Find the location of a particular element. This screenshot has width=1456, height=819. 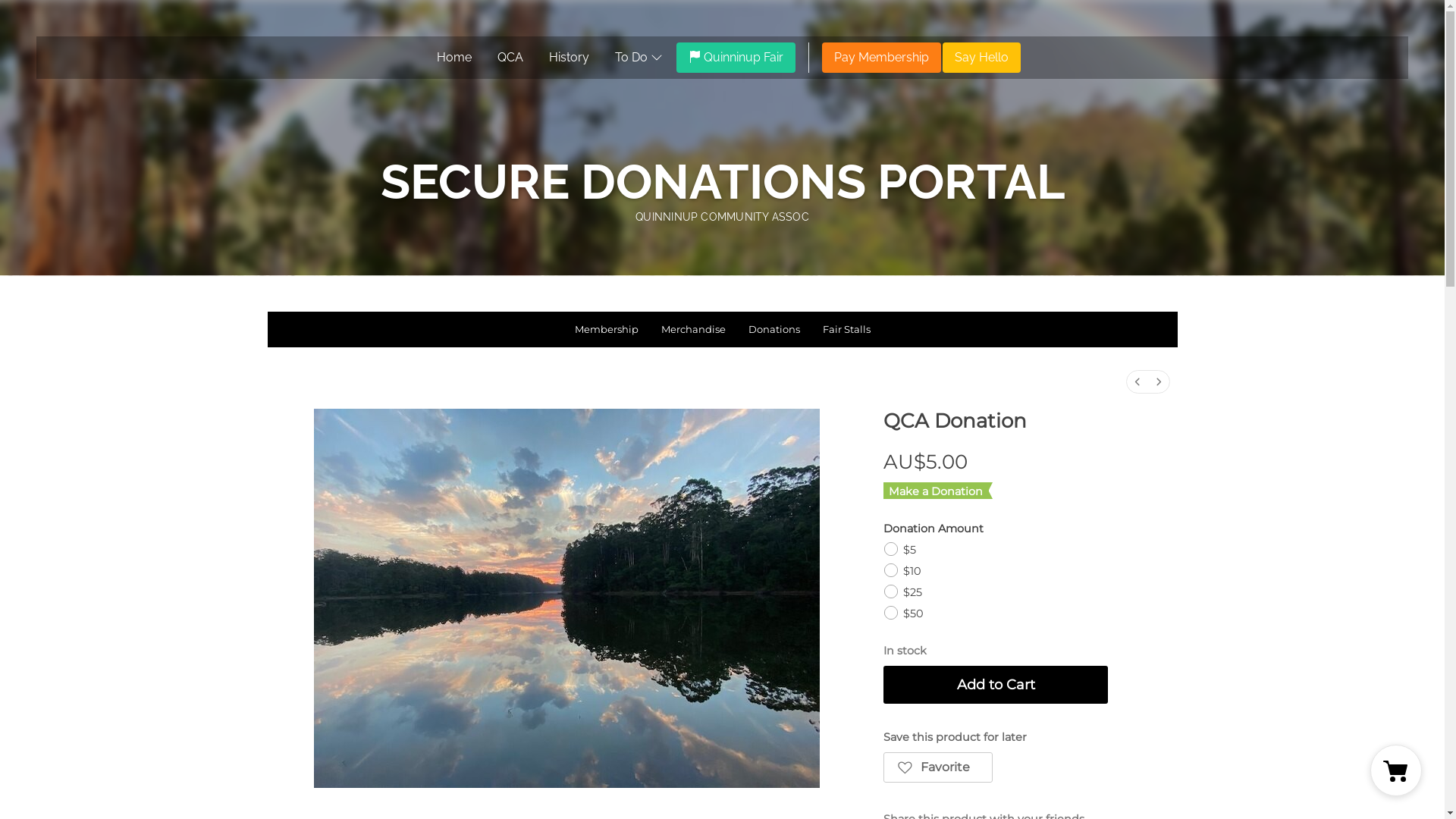

'Quinninup Fair' is located at coordinates (736, 57).